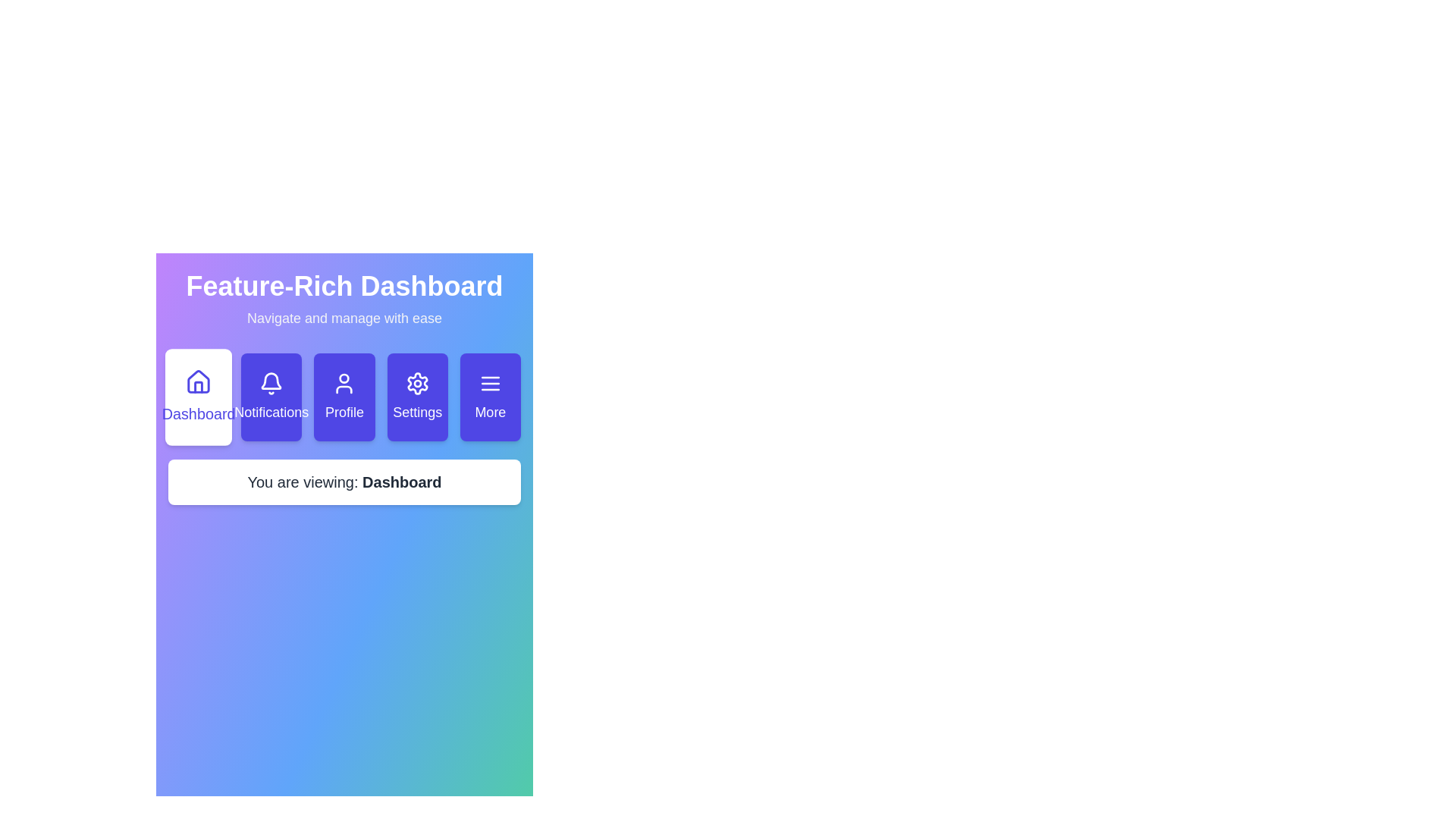  What do you see at coordinates (490, 397) in the screenshot?
I see `the button located at the far-right side of the grid, which navigates to the 'More' section` at bounding box center [490, 397].